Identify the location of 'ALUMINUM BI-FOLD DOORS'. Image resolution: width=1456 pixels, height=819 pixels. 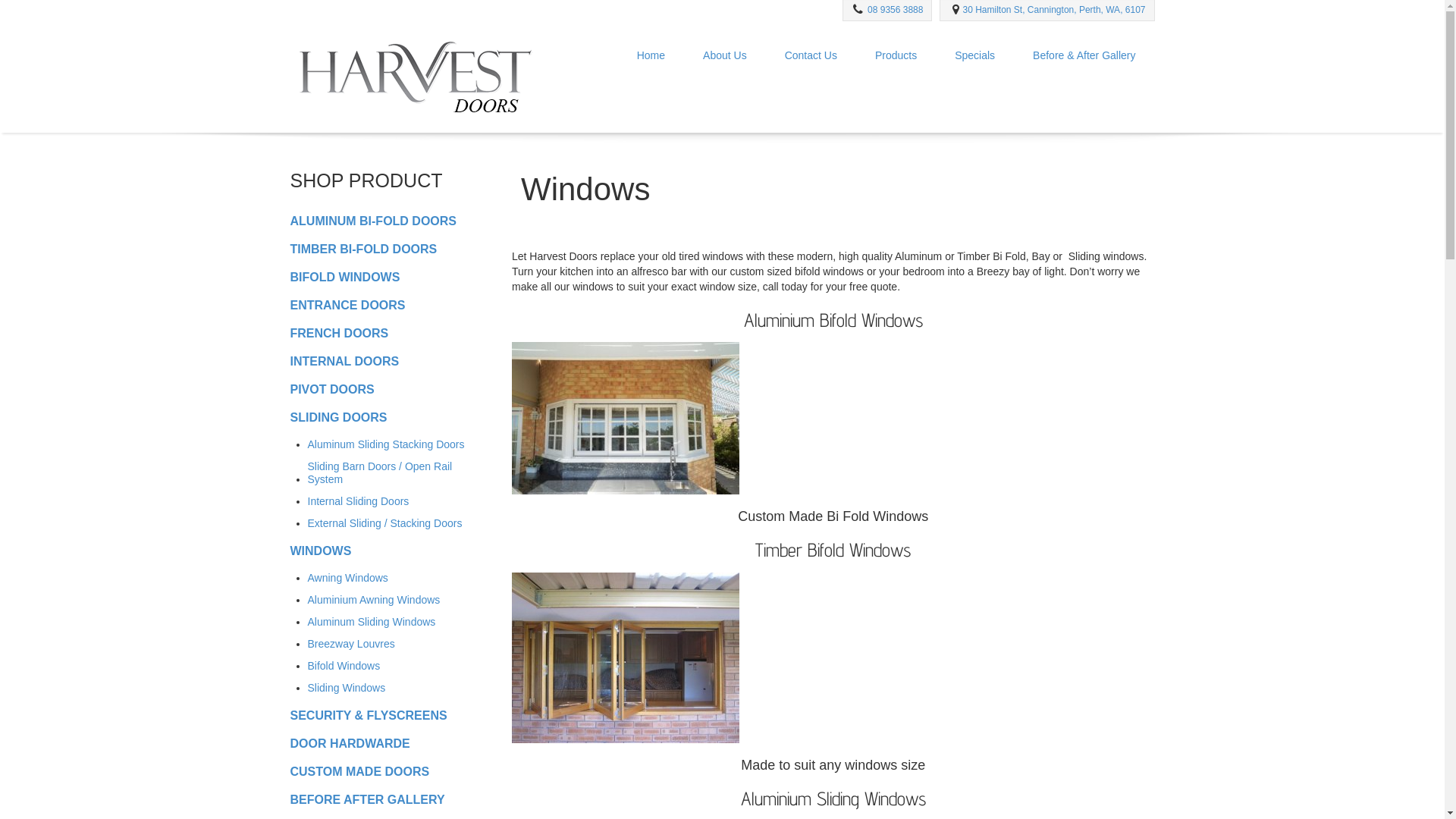
(372, 220).